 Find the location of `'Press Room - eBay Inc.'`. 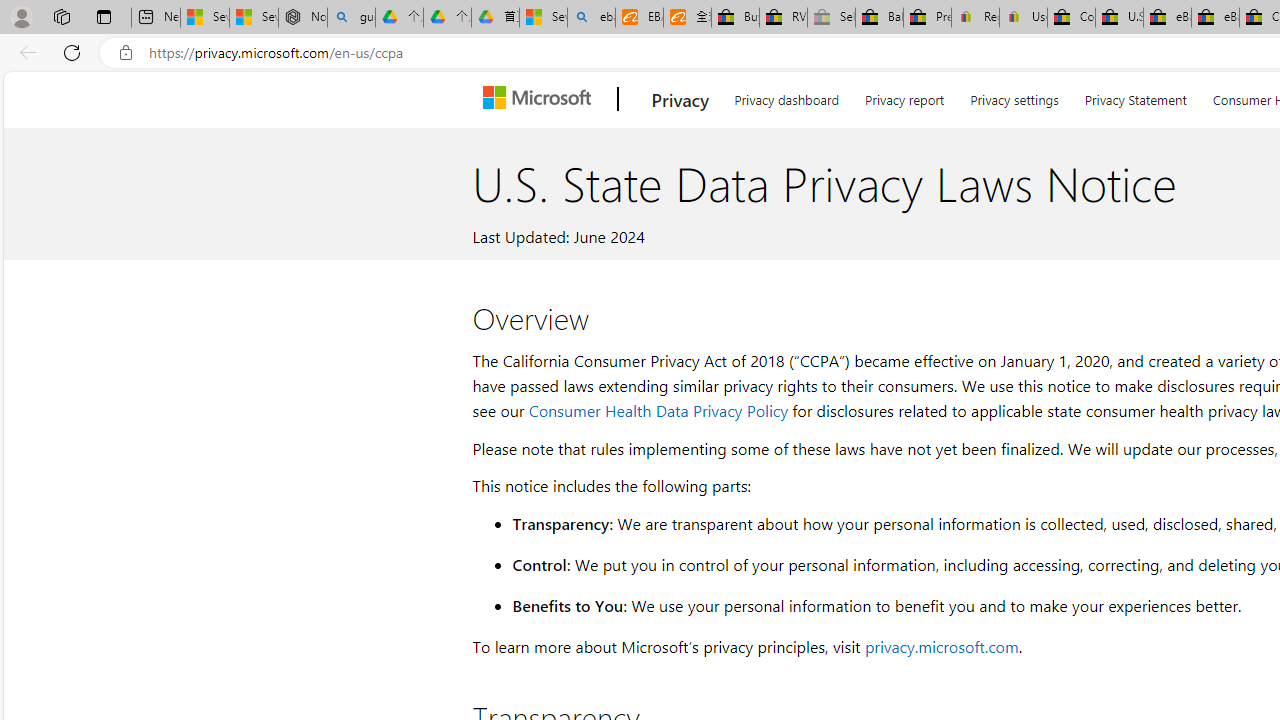

'Press Room - eBay Inc.' is located at coordinates (926, 17).